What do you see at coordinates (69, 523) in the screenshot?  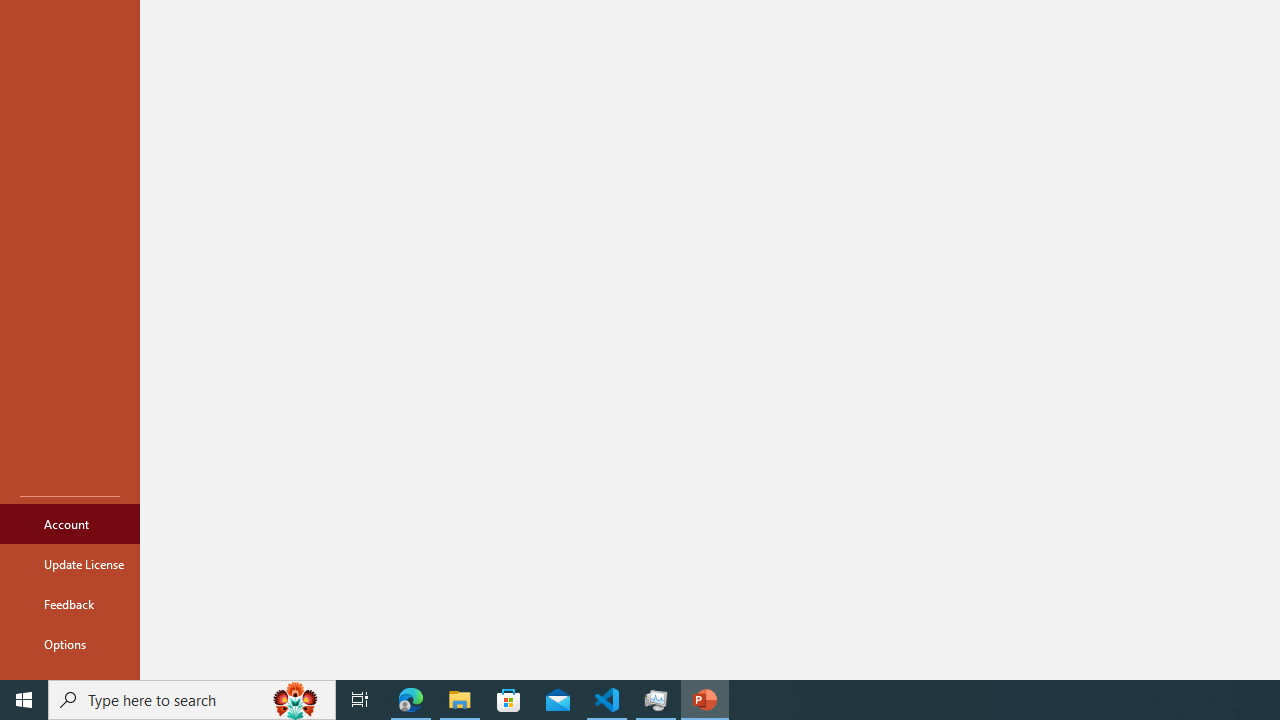 I see `'Account'` at bounding box center [69, 523].